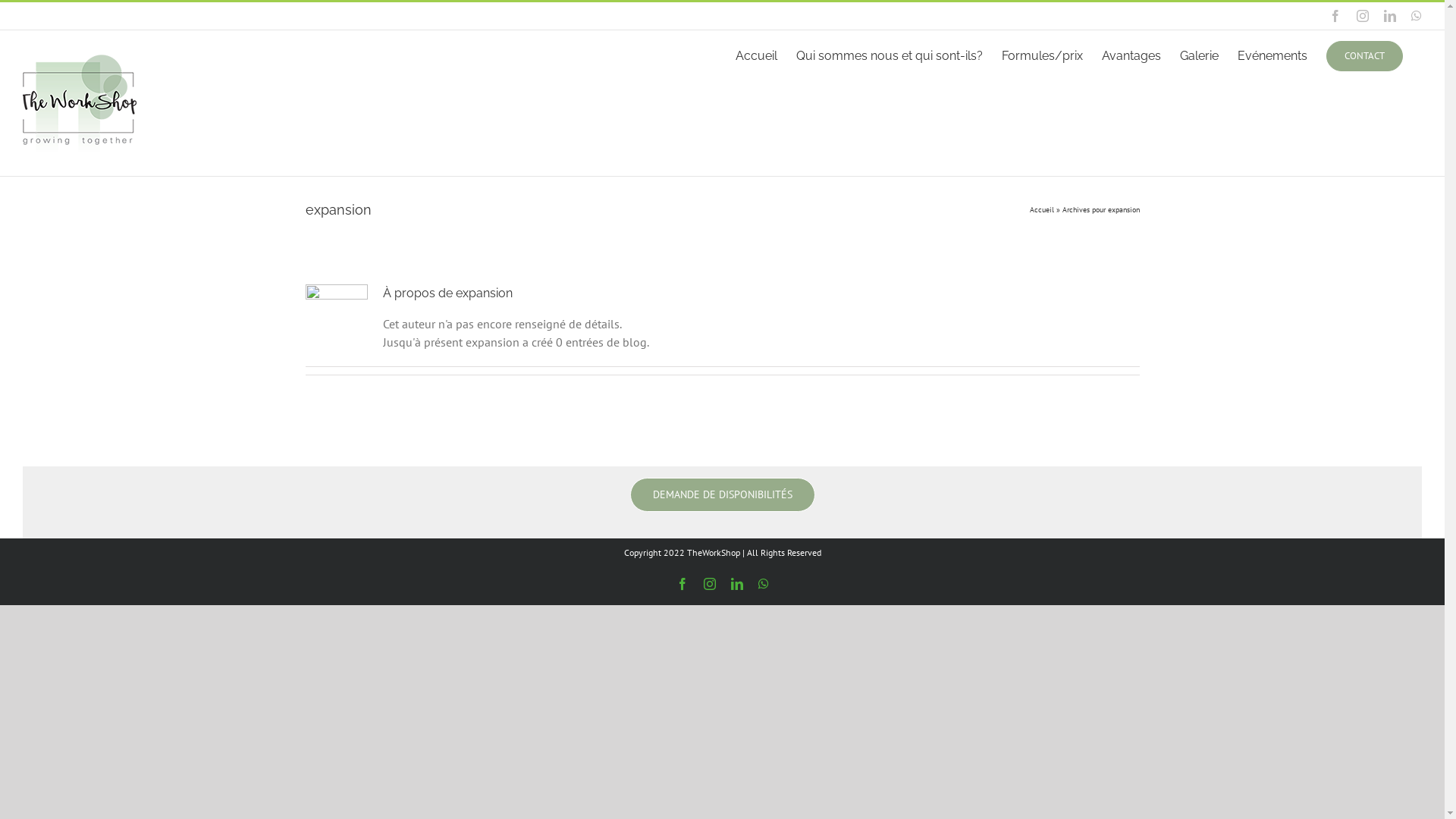  I want to click on 'Formules/prix', so click(1041, 54).